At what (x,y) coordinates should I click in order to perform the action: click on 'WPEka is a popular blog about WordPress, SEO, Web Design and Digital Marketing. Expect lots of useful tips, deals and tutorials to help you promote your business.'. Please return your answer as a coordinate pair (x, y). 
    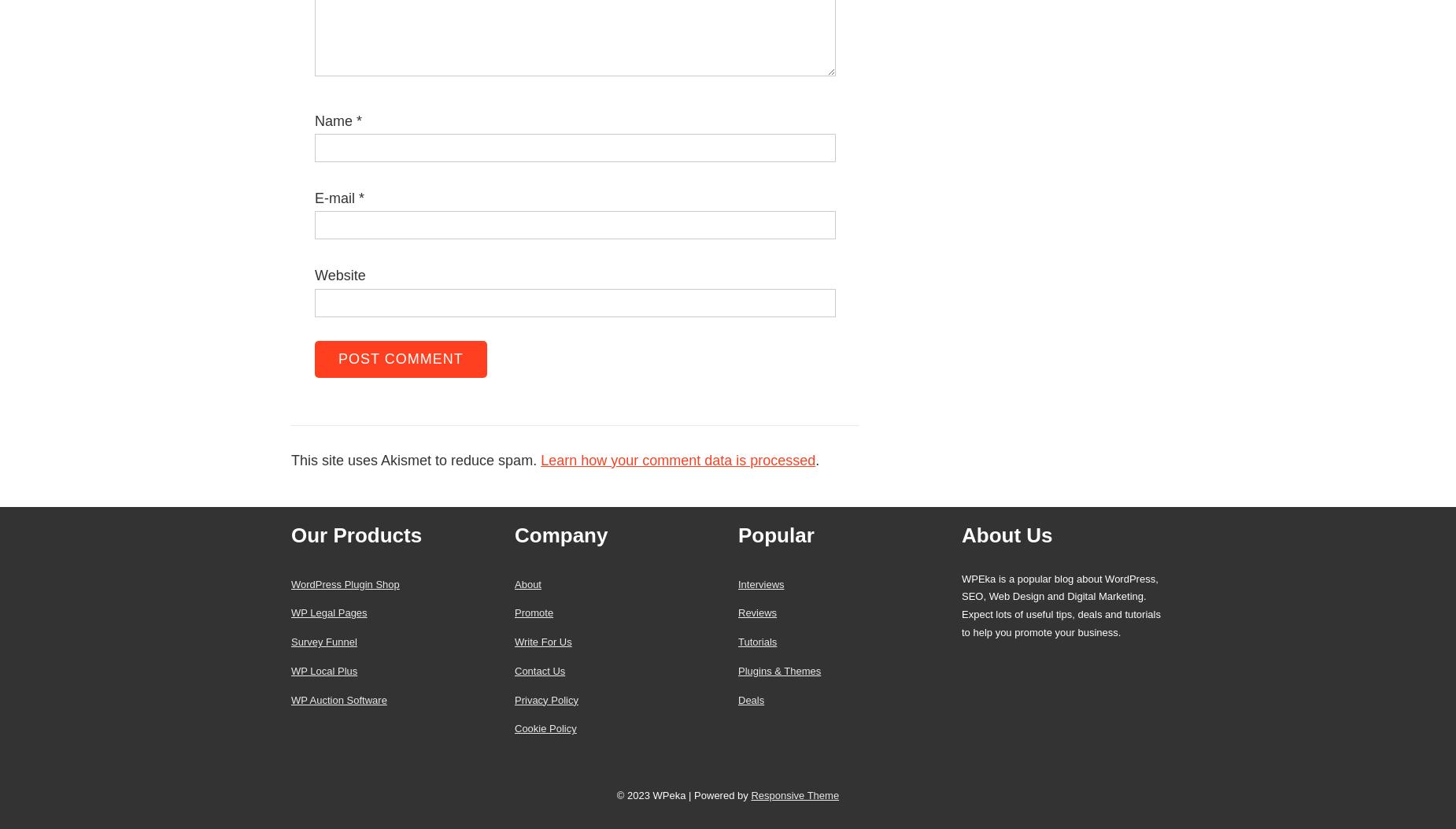
    Looking at the image, I should click on (1059, 605).